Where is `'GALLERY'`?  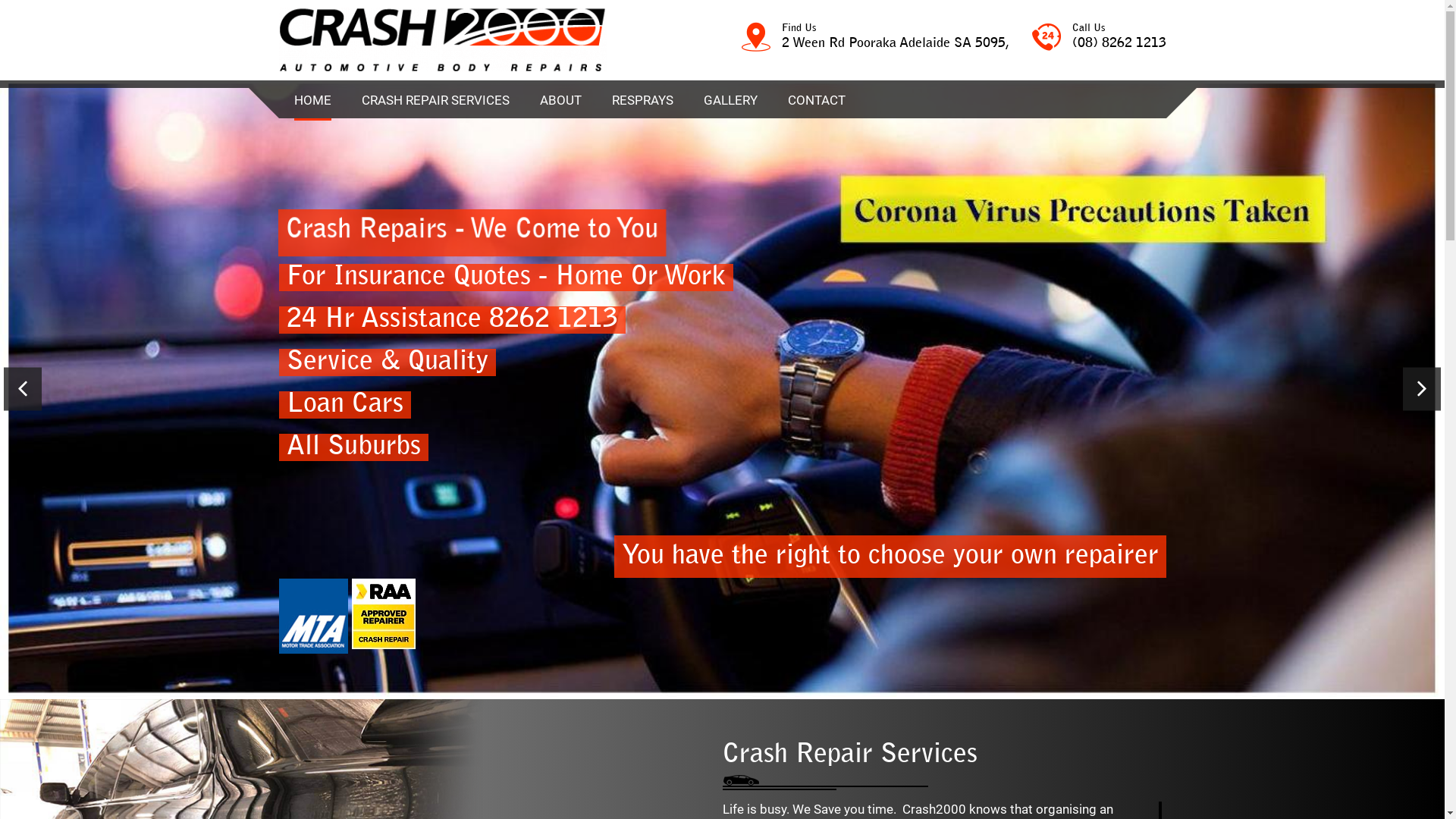 'GALLERY' is located at coordinates (730, 99).